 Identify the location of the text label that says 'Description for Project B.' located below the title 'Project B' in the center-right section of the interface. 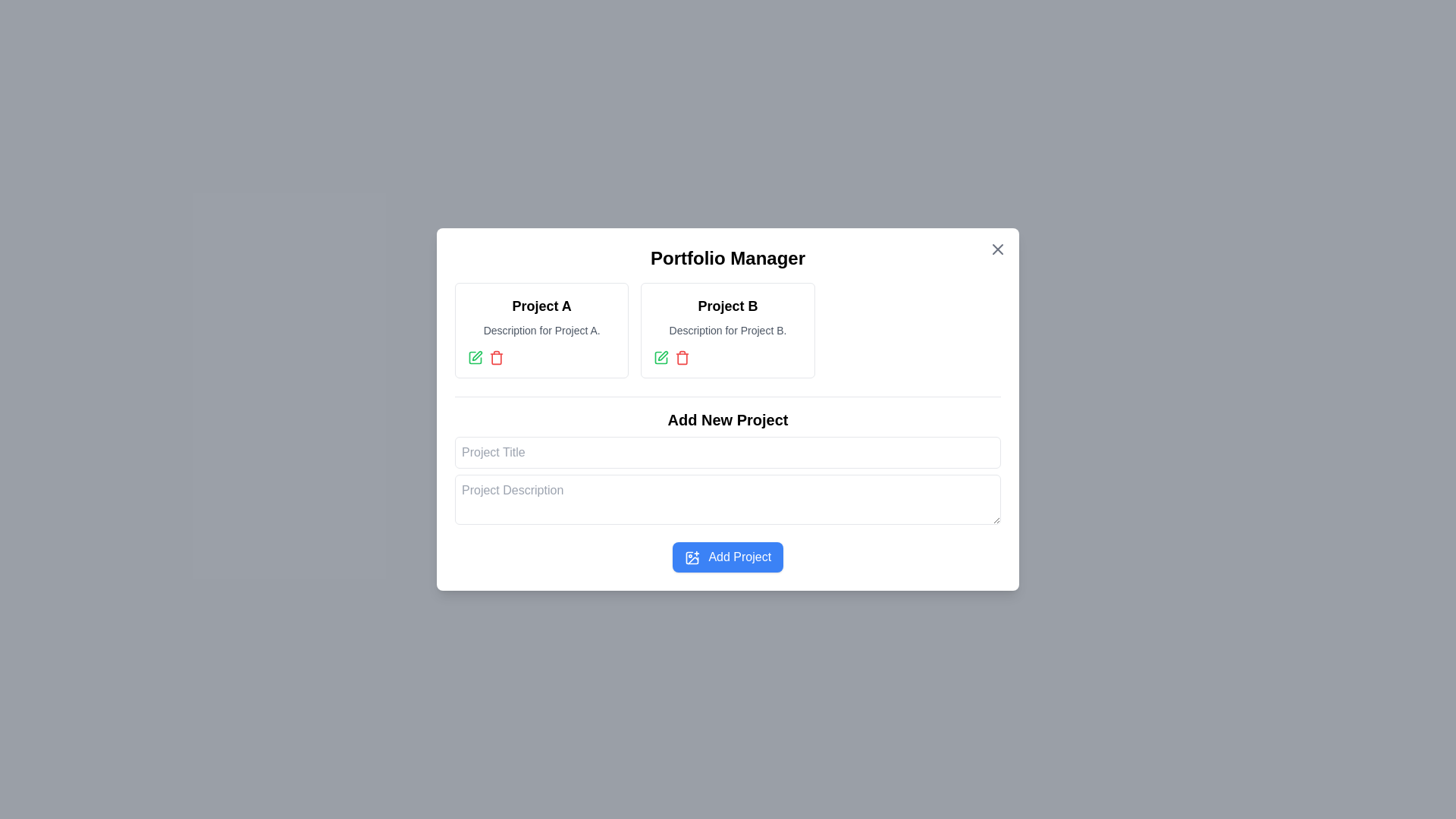
(728, 329).